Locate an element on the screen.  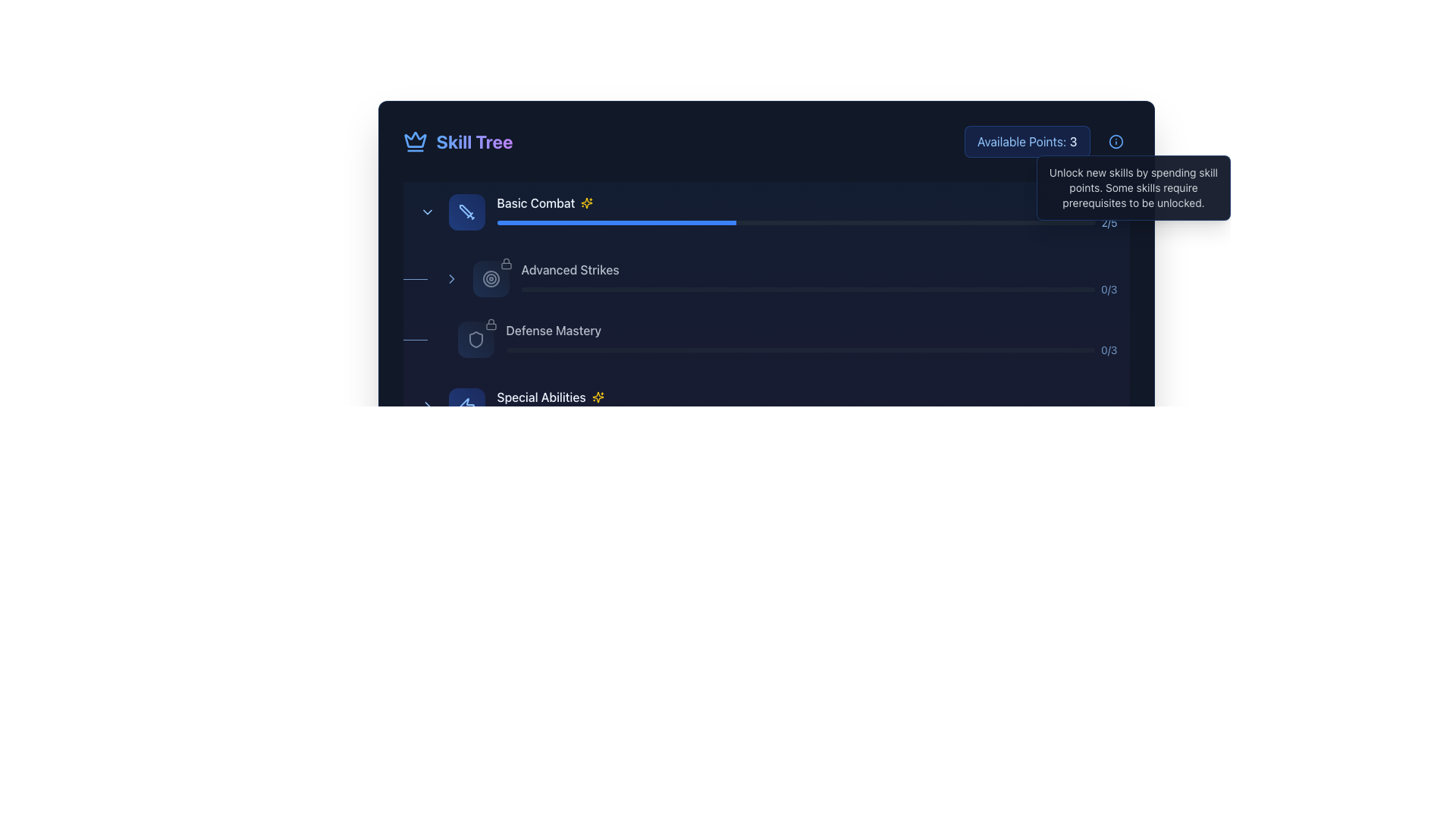
the skill progress bar labeled 'Basic Combat 2/5' is located at coordinates (806, 212).